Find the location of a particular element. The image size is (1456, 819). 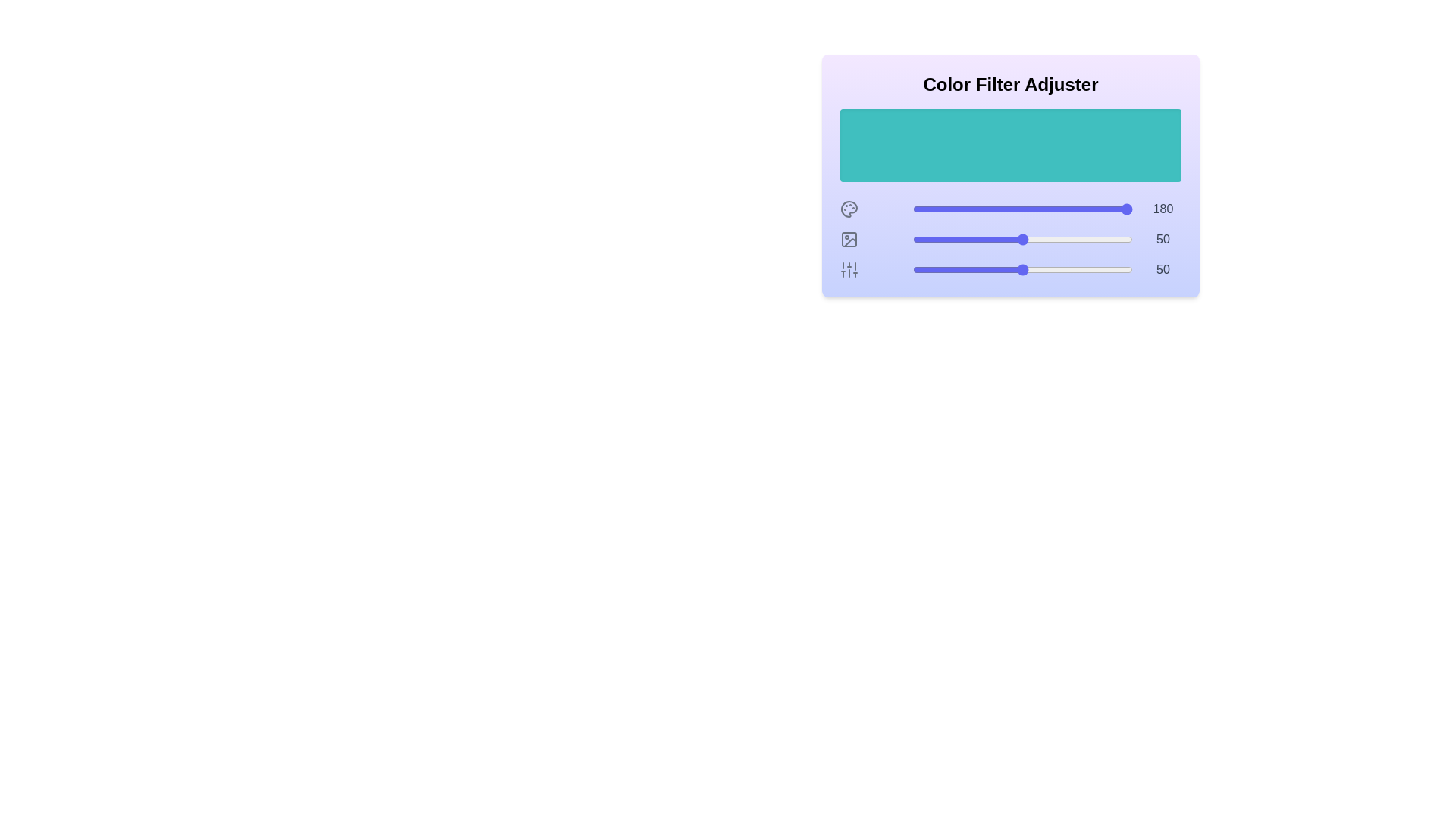

the icon associated with the slider for Hue adjustment is located at coordinates (848, 209).